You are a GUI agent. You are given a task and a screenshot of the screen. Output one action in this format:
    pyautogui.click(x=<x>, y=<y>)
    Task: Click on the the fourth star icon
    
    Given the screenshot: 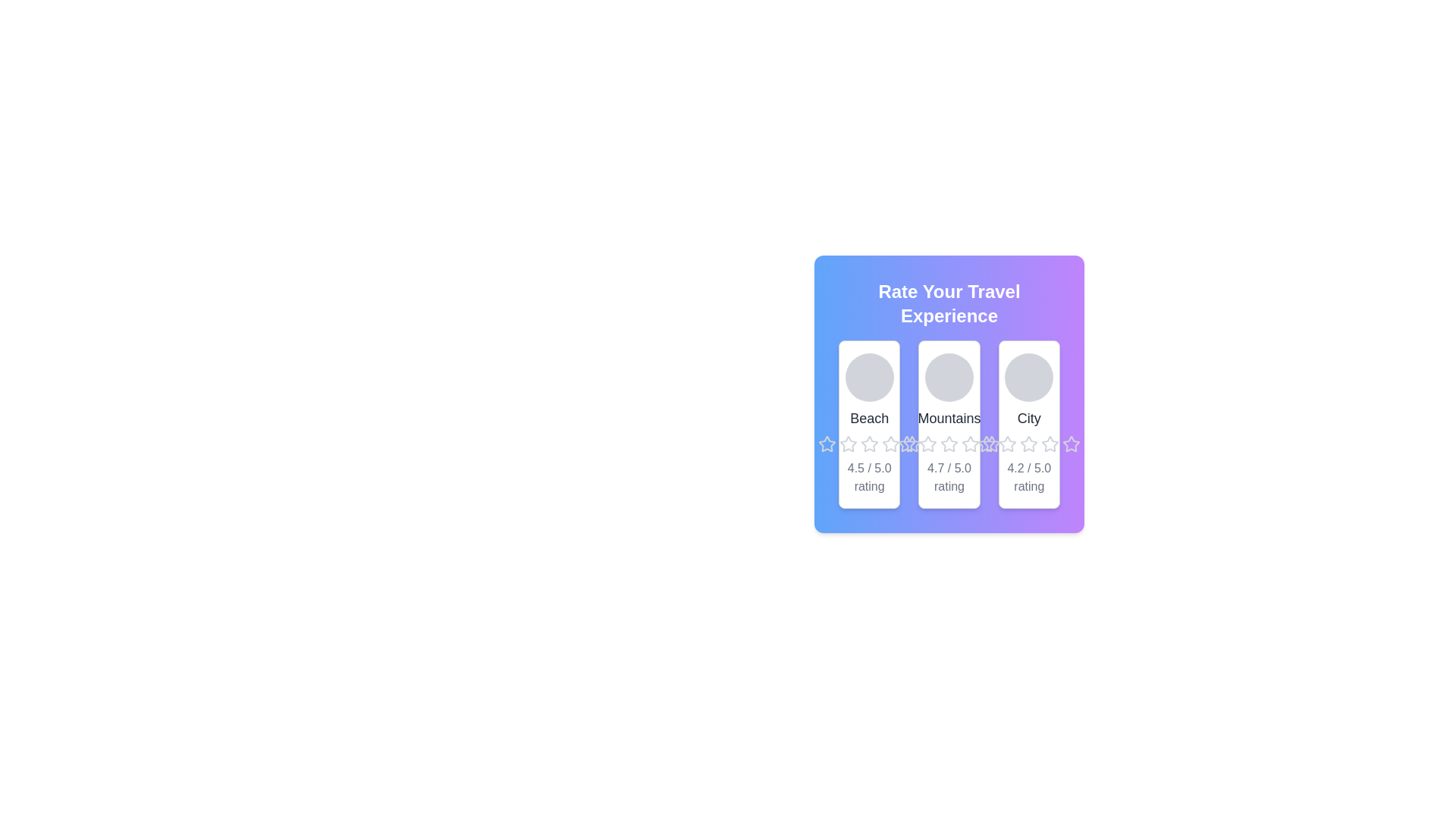 What is the action you would take?
    pyautogui.click(x=949, y=444)
    